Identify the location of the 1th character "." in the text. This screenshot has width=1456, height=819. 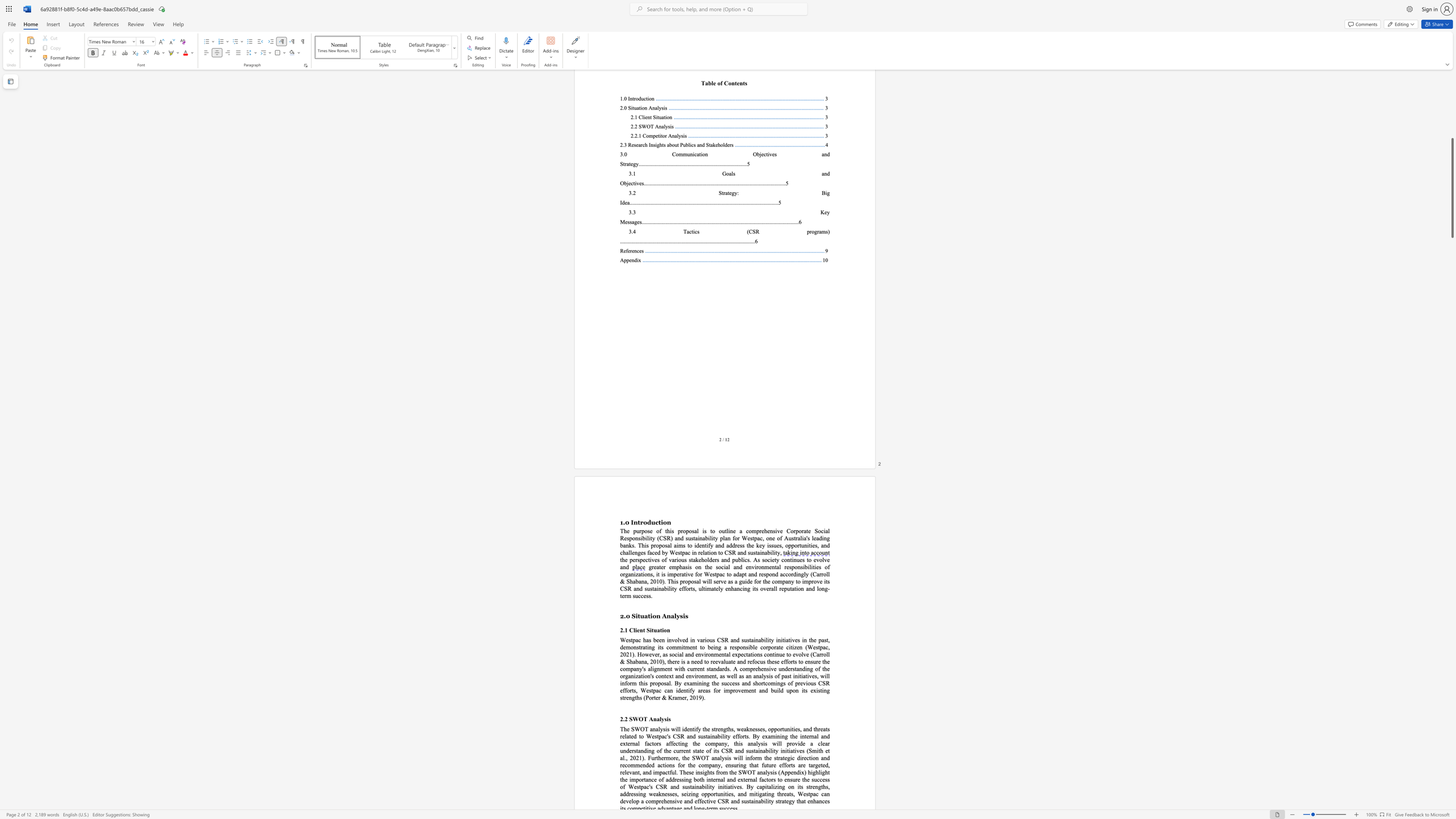
(623, 522).